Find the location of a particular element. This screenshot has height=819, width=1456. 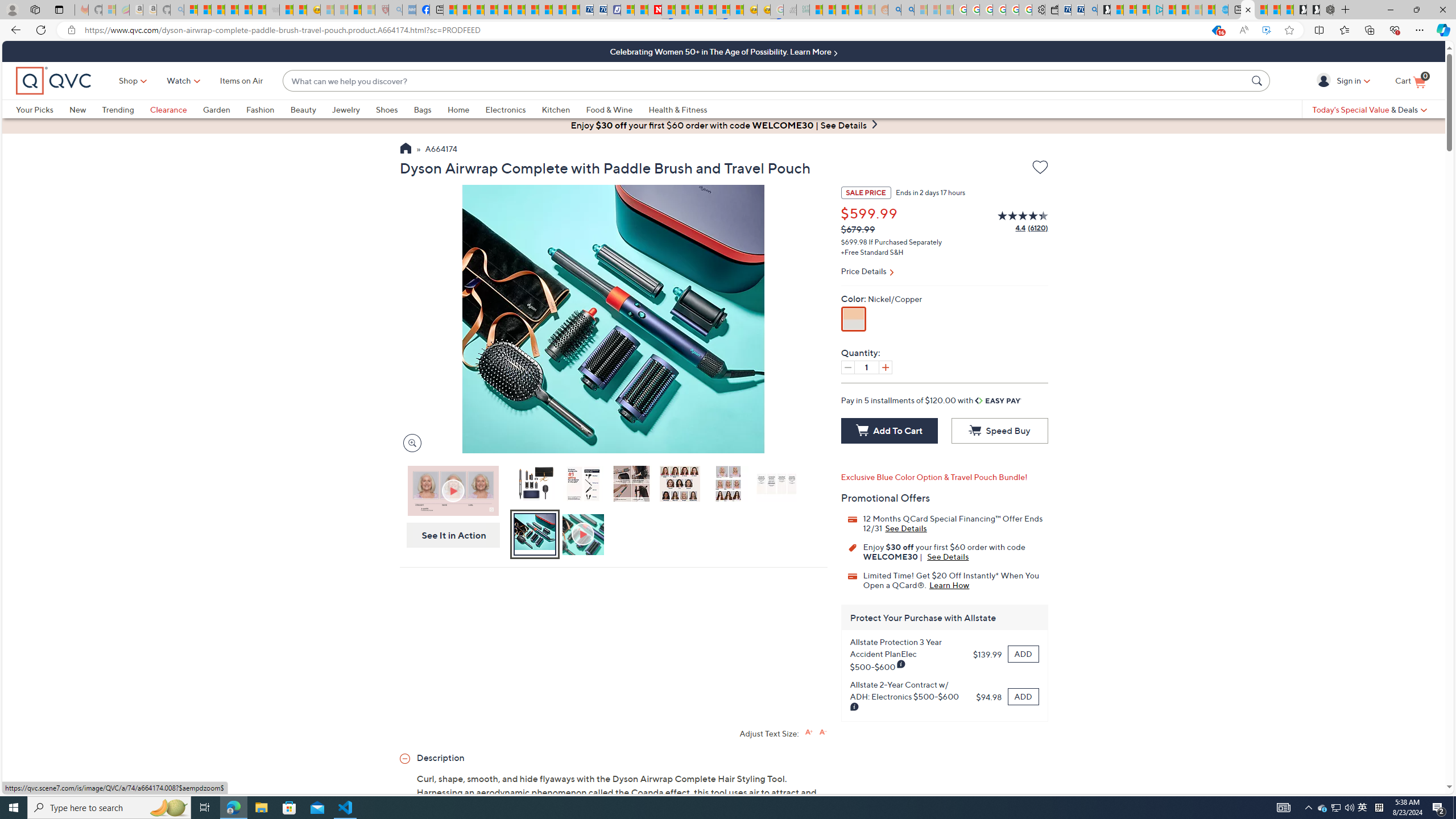

'A664174' is located at coordinates (440, 150).